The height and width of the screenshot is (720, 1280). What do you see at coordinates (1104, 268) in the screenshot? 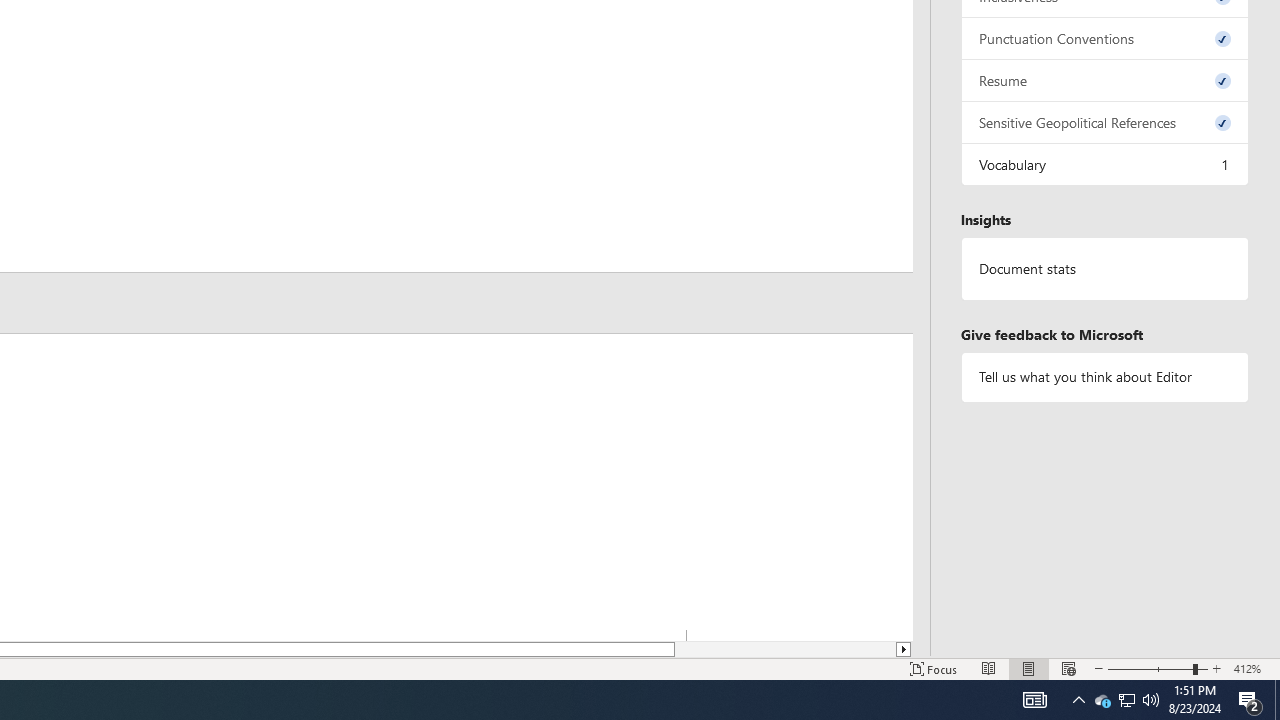
I see `'Document statistics'` at bounding box center [1104, 268].